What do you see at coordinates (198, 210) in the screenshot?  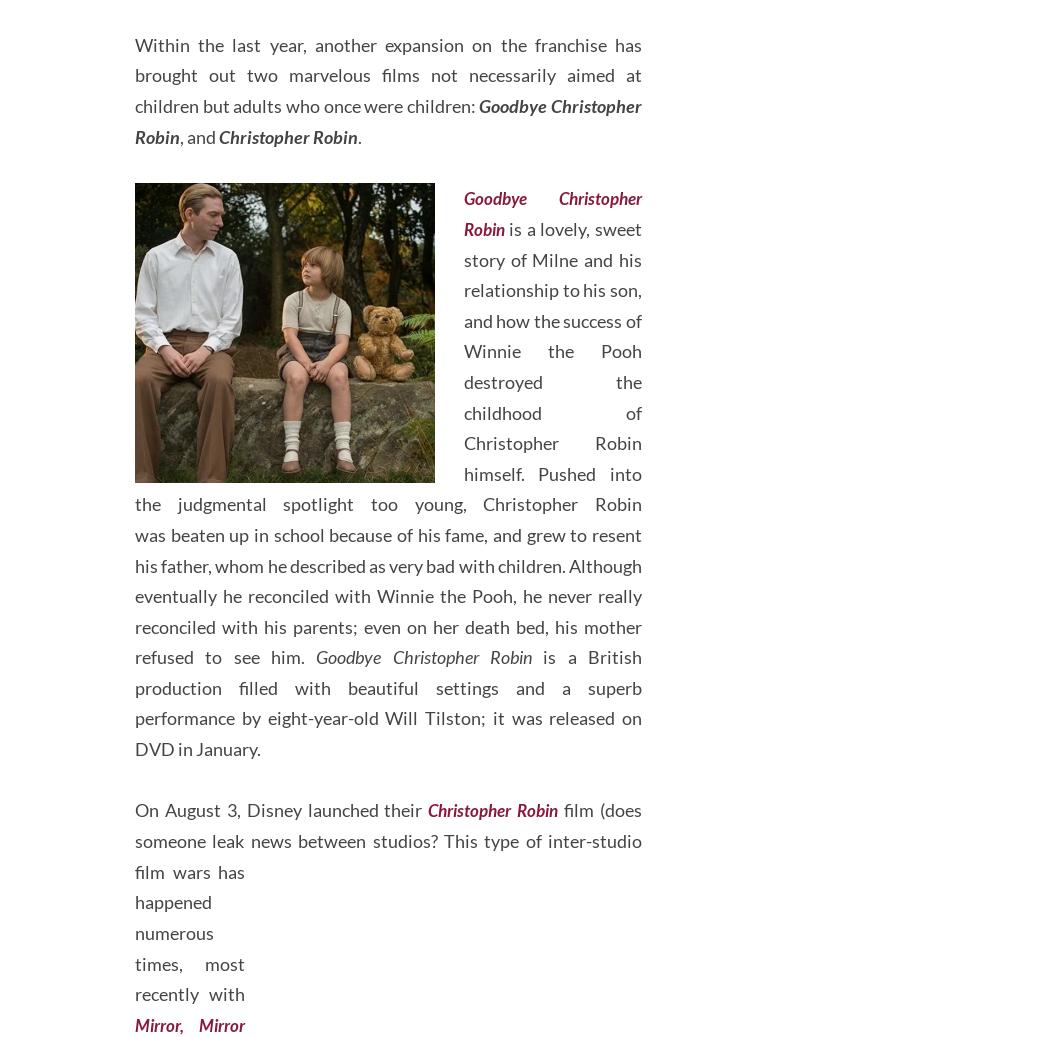 I see `', and'` at bounding box center [198, 210].